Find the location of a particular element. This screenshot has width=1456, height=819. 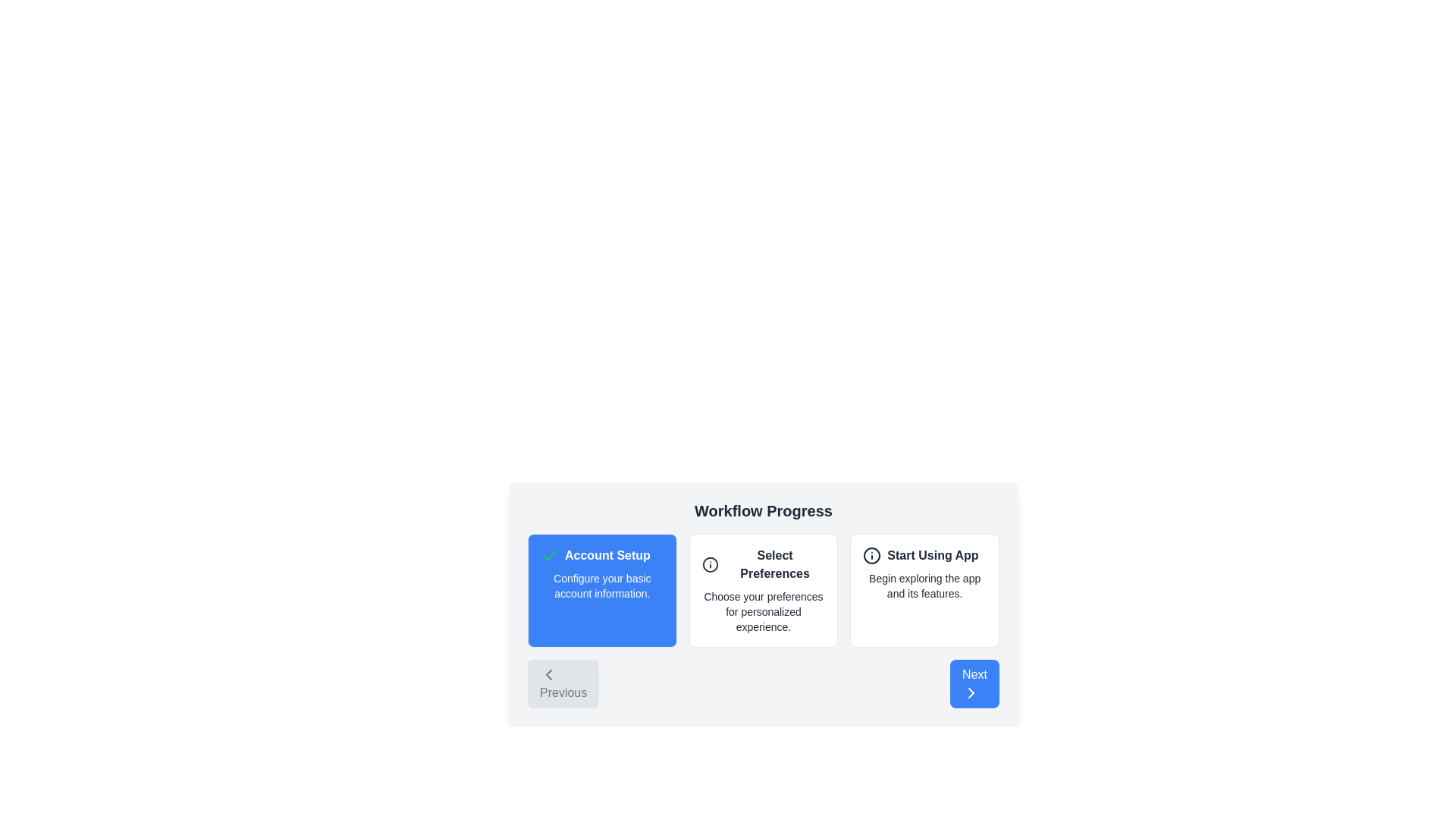

the outlined circle icon with a central dot located within the 'Select Preferences' component, positioned to the left of the text and between 'Account Setup' and 'Start Using App' is located at coordinates (709, 564).